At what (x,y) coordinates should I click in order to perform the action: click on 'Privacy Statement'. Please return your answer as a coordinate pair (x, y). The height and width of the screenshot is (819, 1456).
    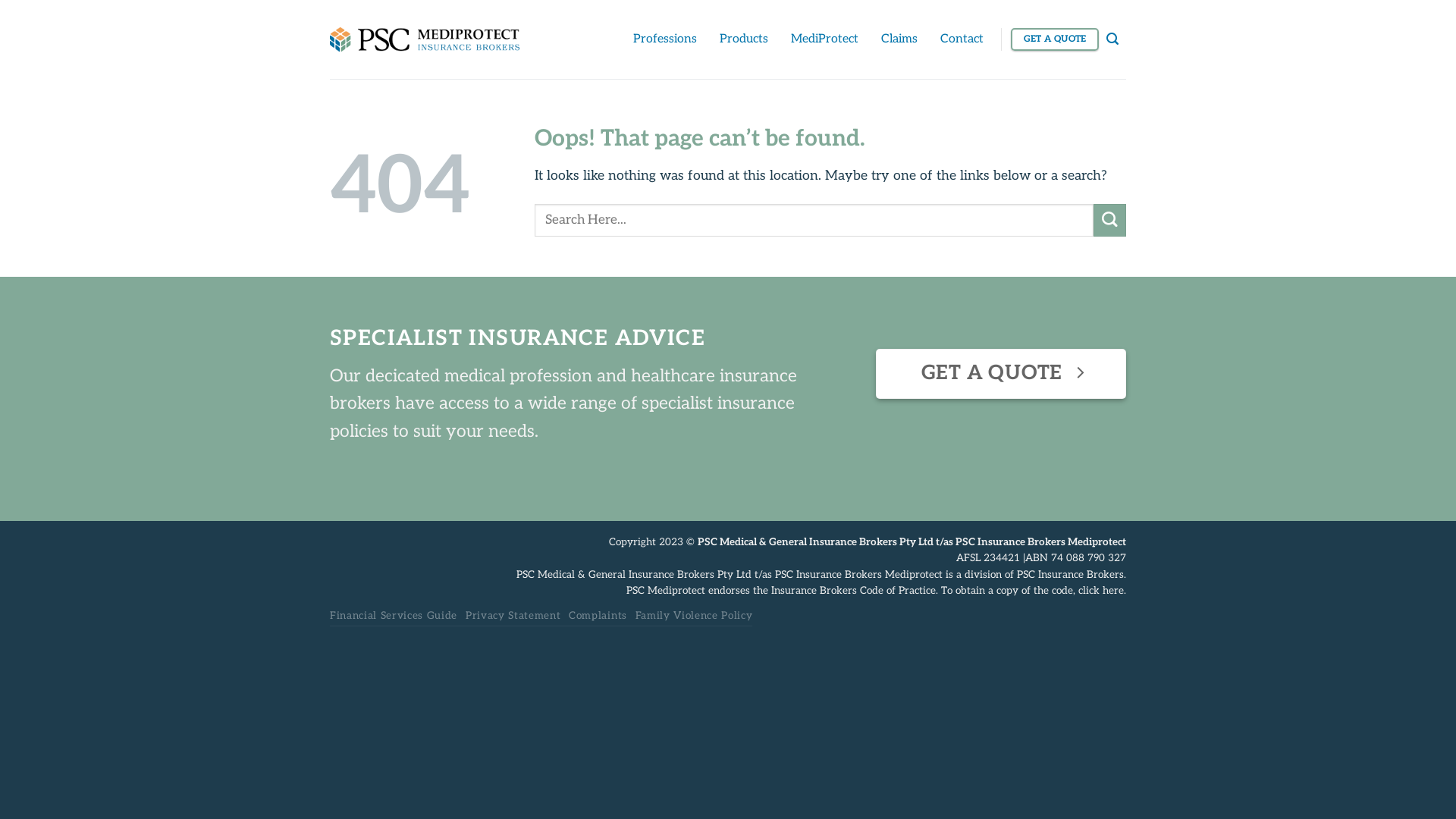
    Looking at the image, I should click on (465, 616).